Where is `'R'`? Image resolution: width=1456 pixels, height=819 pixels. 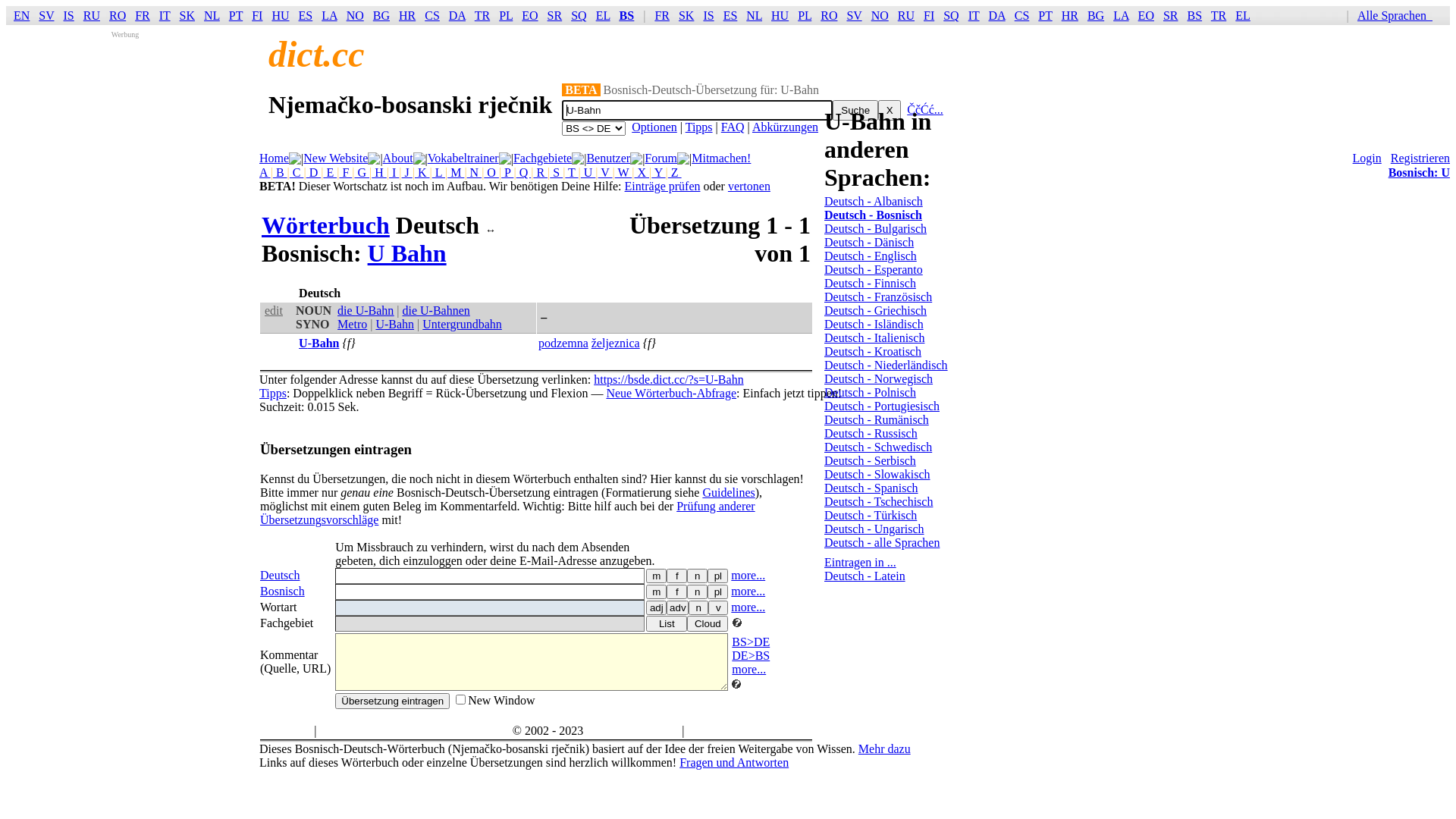 'R' is located at coordinates (540, 171).